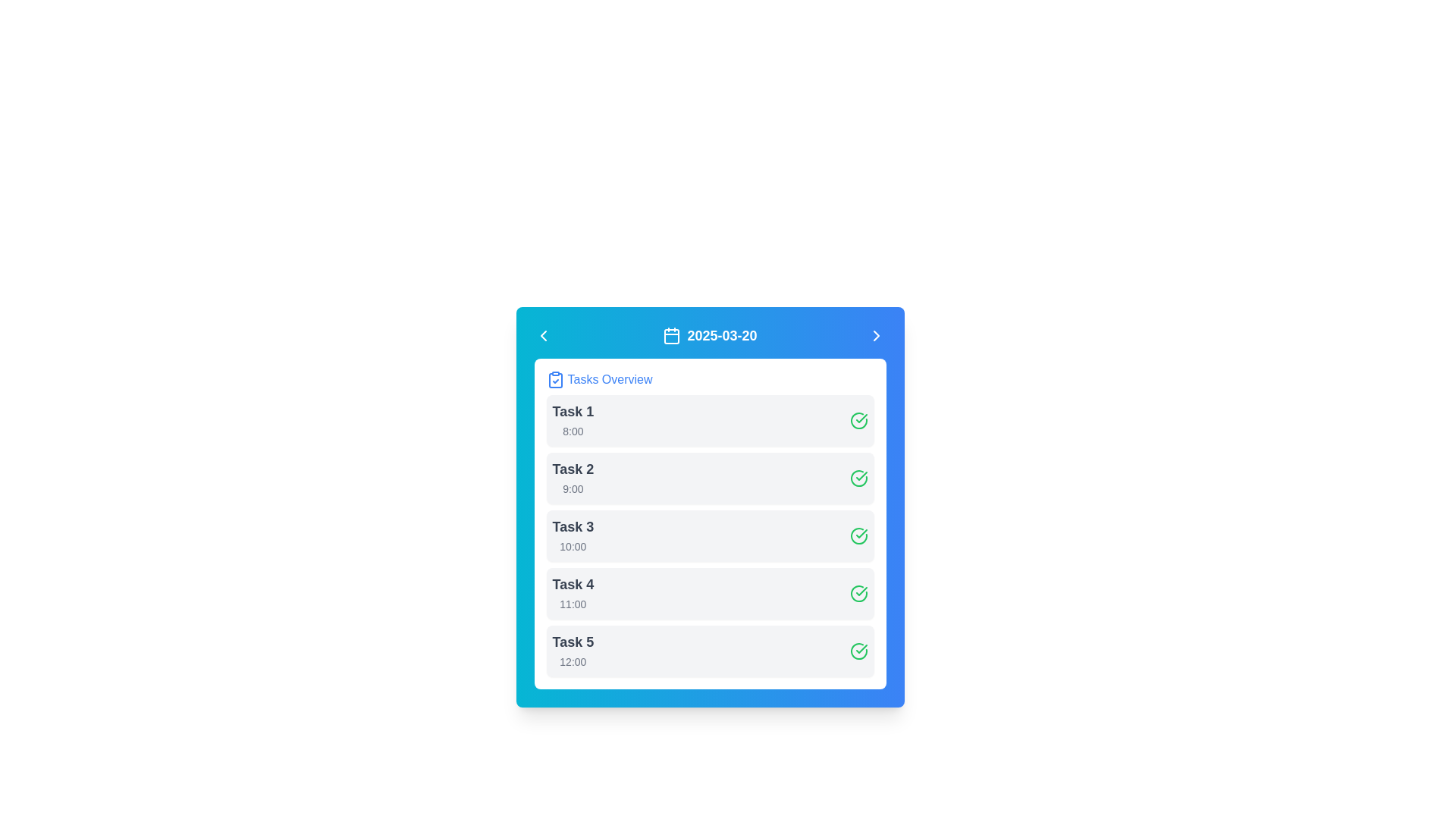 The width and height of the screenshot is (1456, 819). I want to click on the checkmark icon located on the right side of the list item labeled 'Task 4', so click(861, 648).